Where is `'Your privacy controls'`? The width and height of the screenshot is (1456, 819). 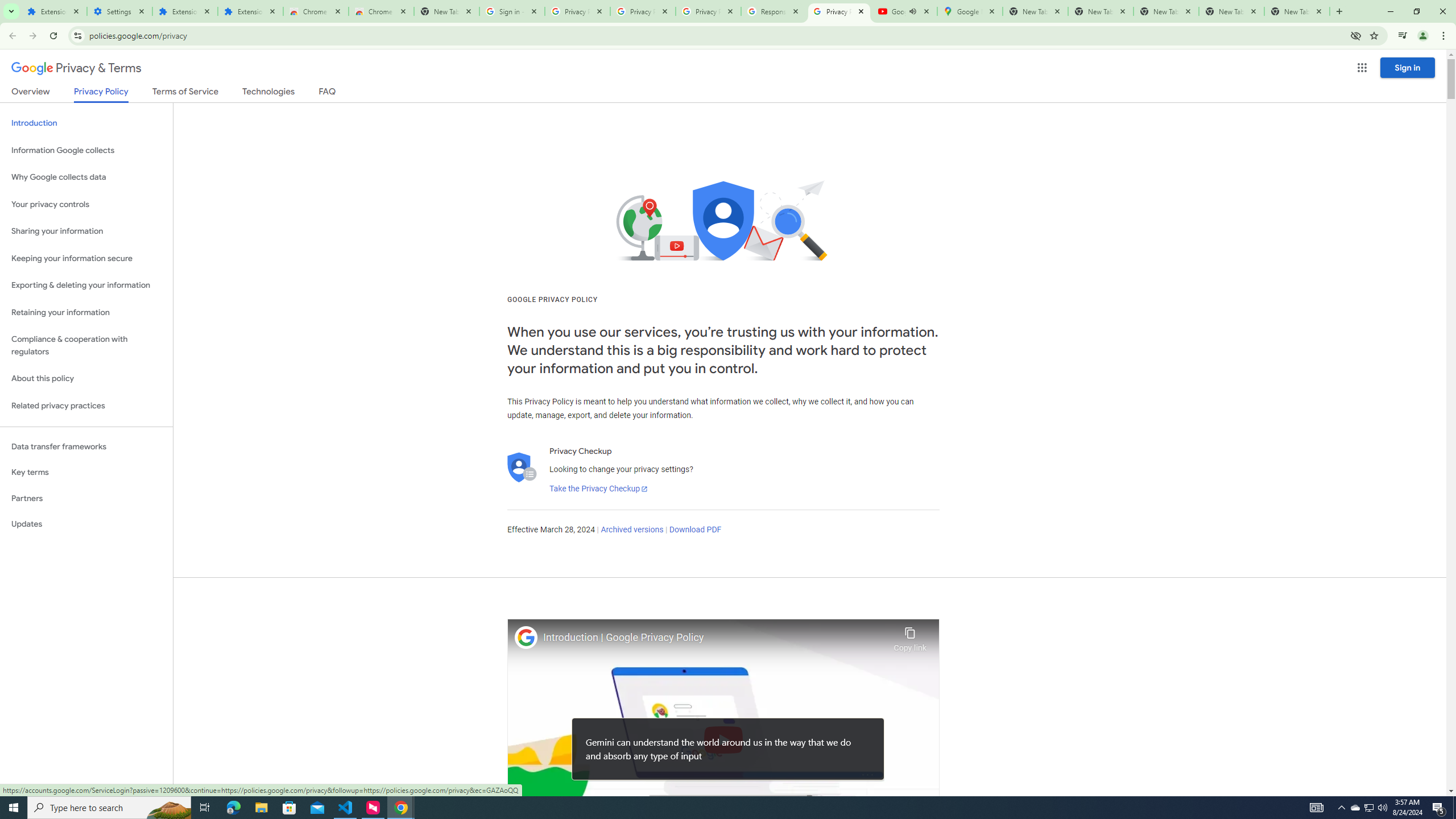
'Your privacy controls' is located at coordinates (86, 205).